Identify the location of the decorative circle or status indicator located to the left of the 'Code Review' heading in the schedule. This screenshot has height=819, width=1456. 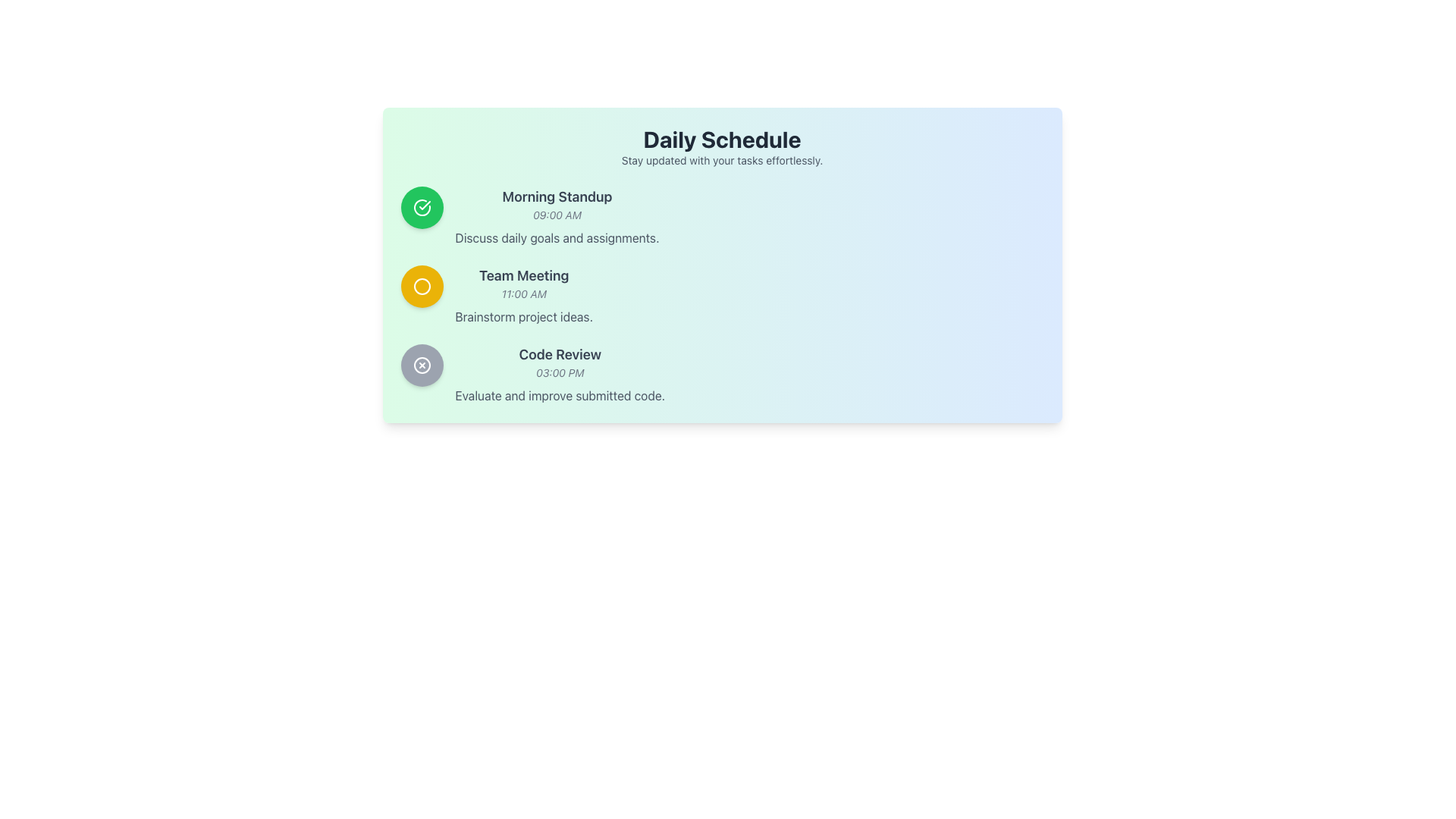
(422, 366).